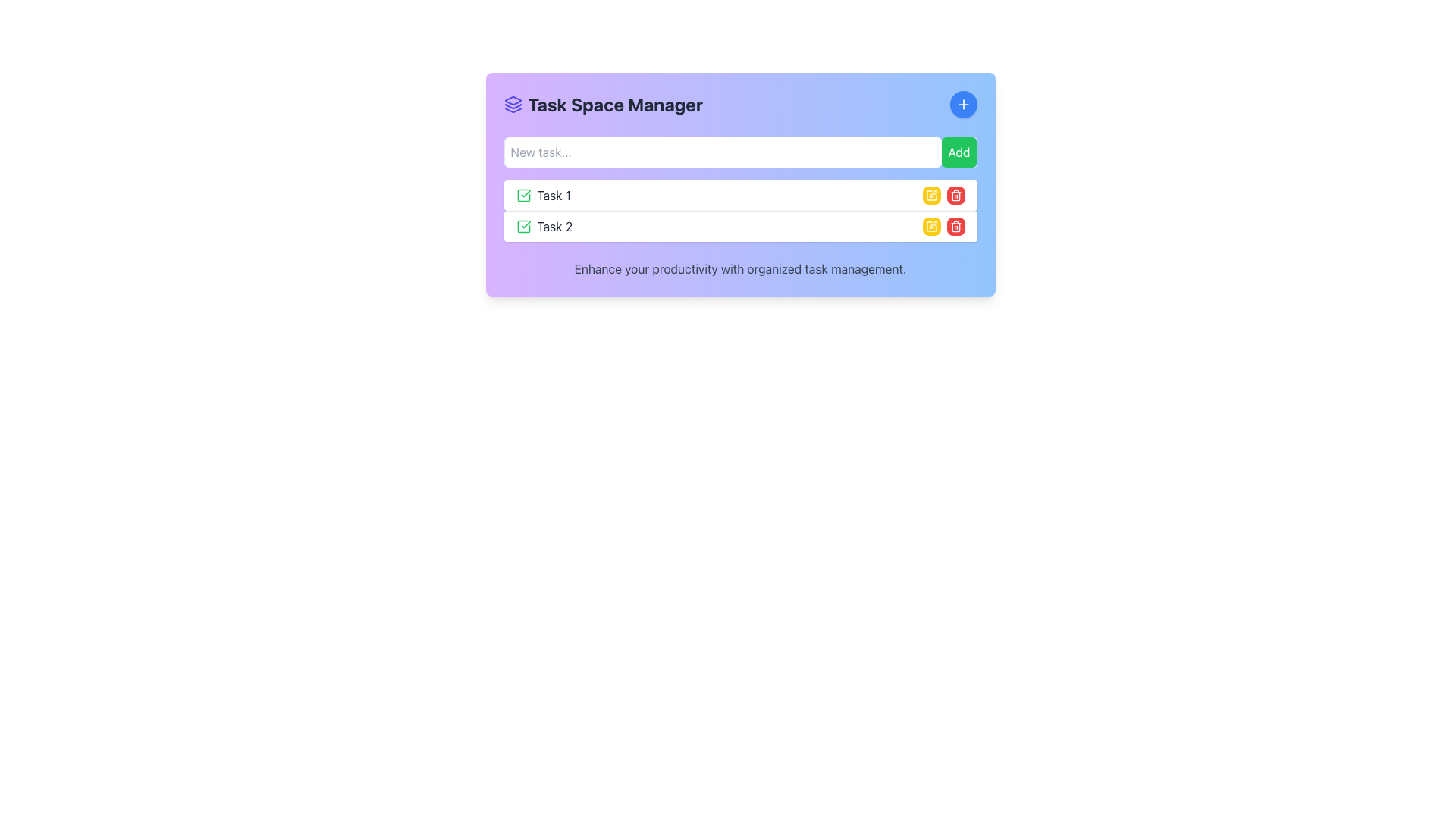  I want to click on the indigo trilayered icon located to the left of the 'Task Space Manager' heading in the task manager box, so click(513, 104).